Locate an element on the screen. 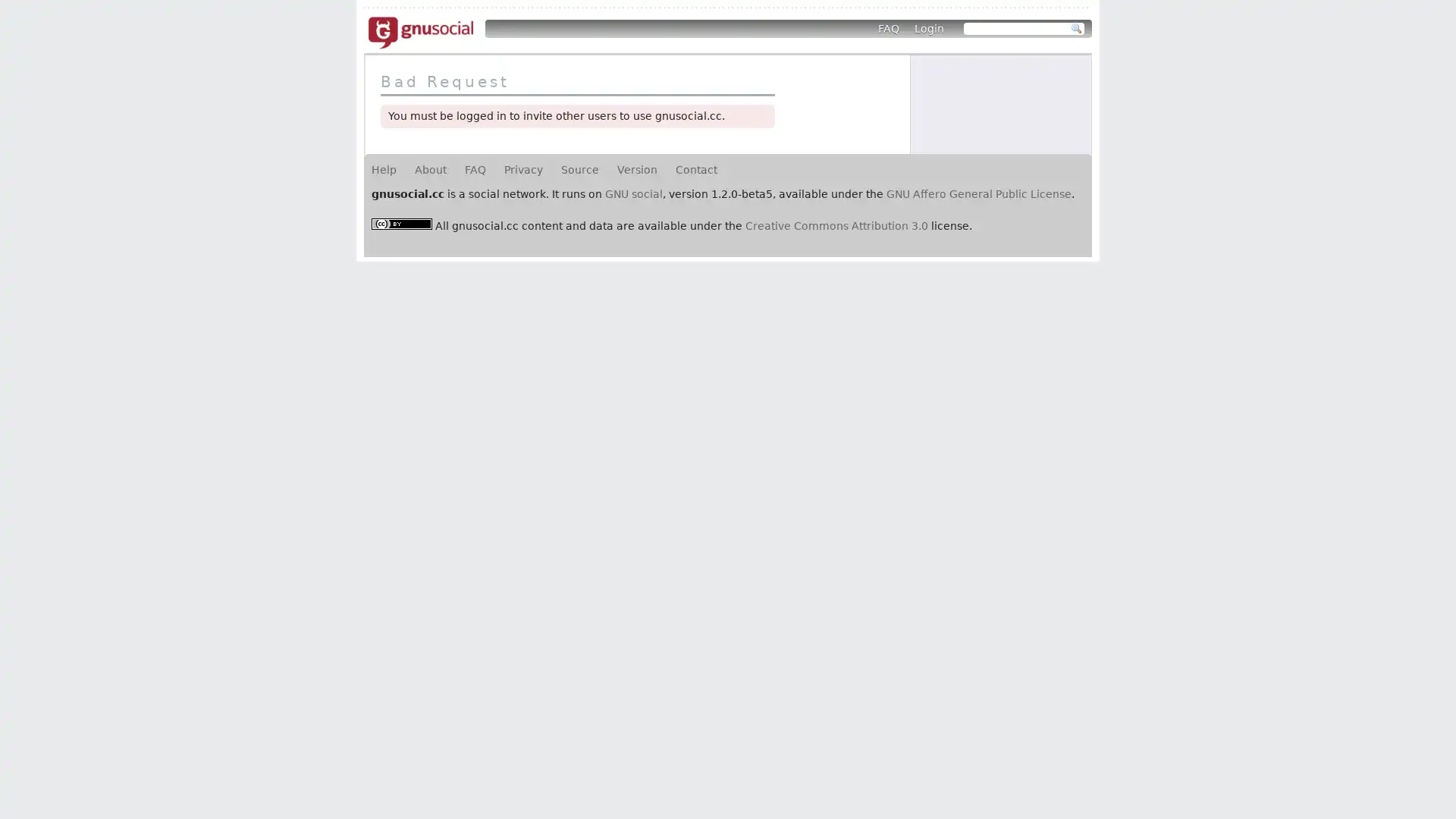 This screenshot has height=819, width=1456. Search is located at coordinates (1076, 29).